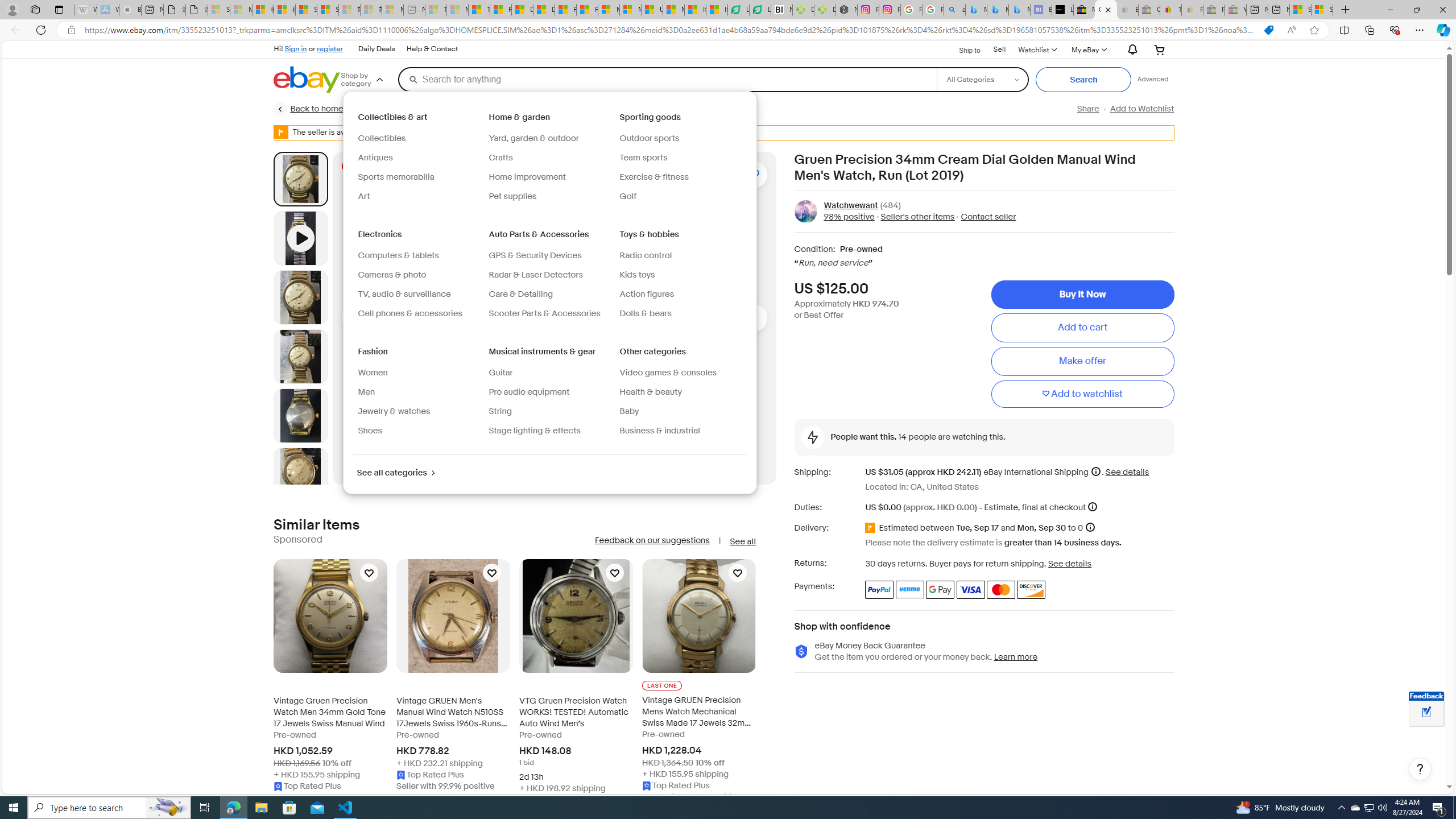 This screenshot has width=1456, height=819. Describe the element at coordinates (419, 176) in the screenshot. I see `'Sports memorabilia'` at that location.